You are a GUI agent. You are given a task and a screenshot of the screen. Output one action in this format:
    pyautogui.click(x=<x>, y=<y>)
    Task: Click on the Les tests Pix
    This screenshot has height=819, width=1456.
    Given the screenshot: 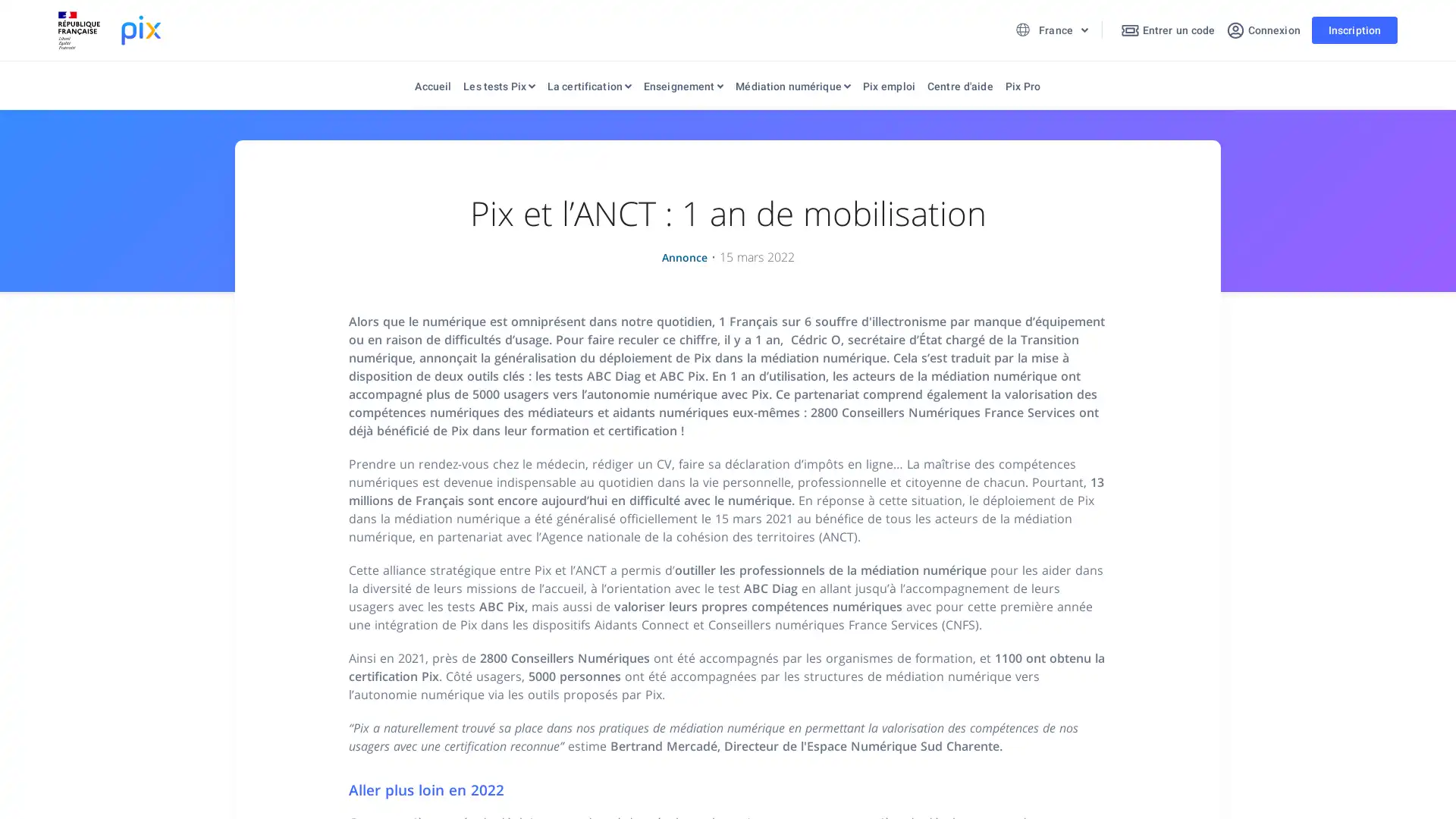 What is the action you would take?
    pyautogui.click(x=498, y=89)
    